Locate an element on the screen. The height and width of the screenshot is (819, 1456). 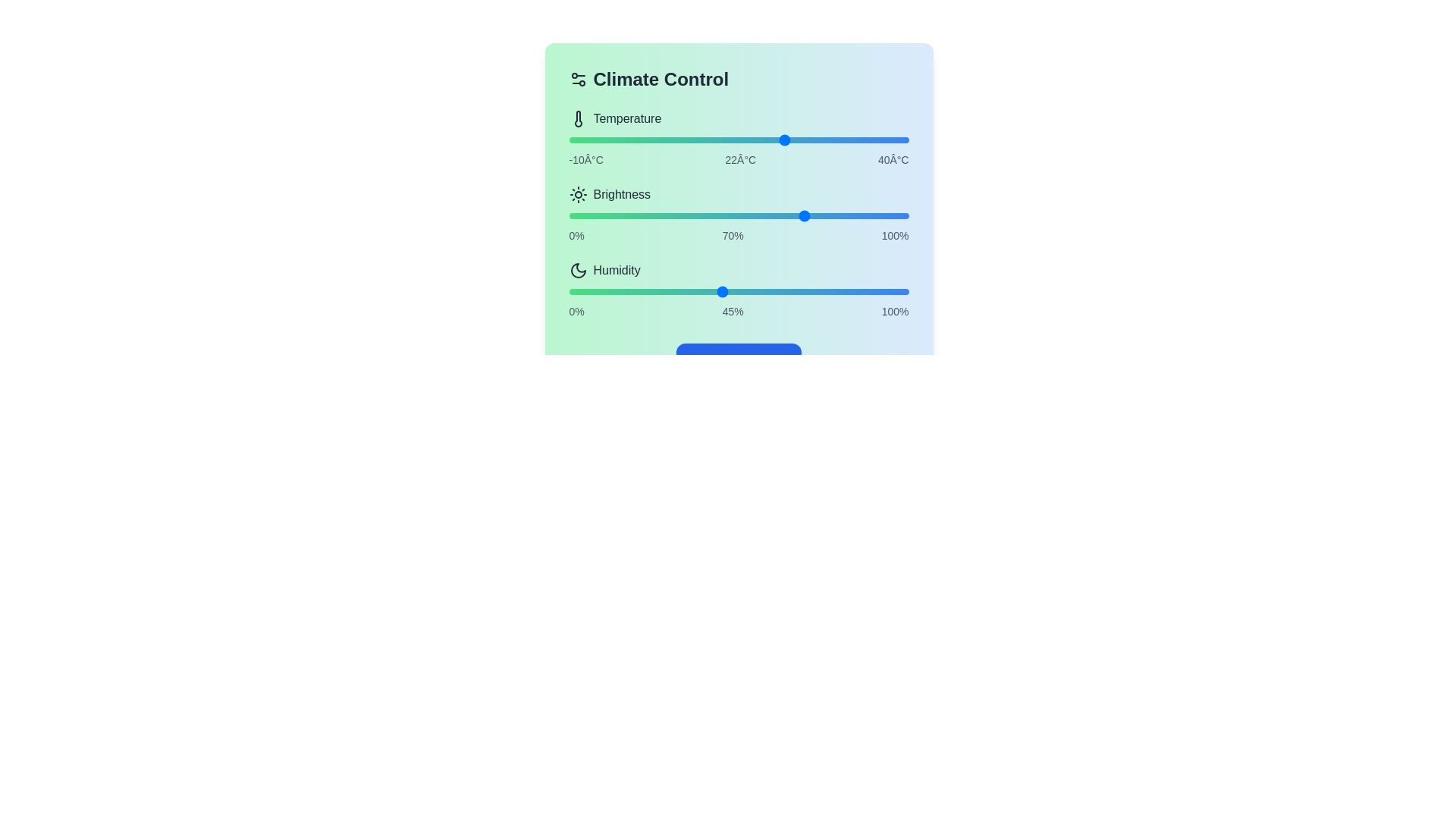
the Text Label that indicates the current value of the 'Humidity' slider, which shows a 45% setting is located at coordinates (733, 311).